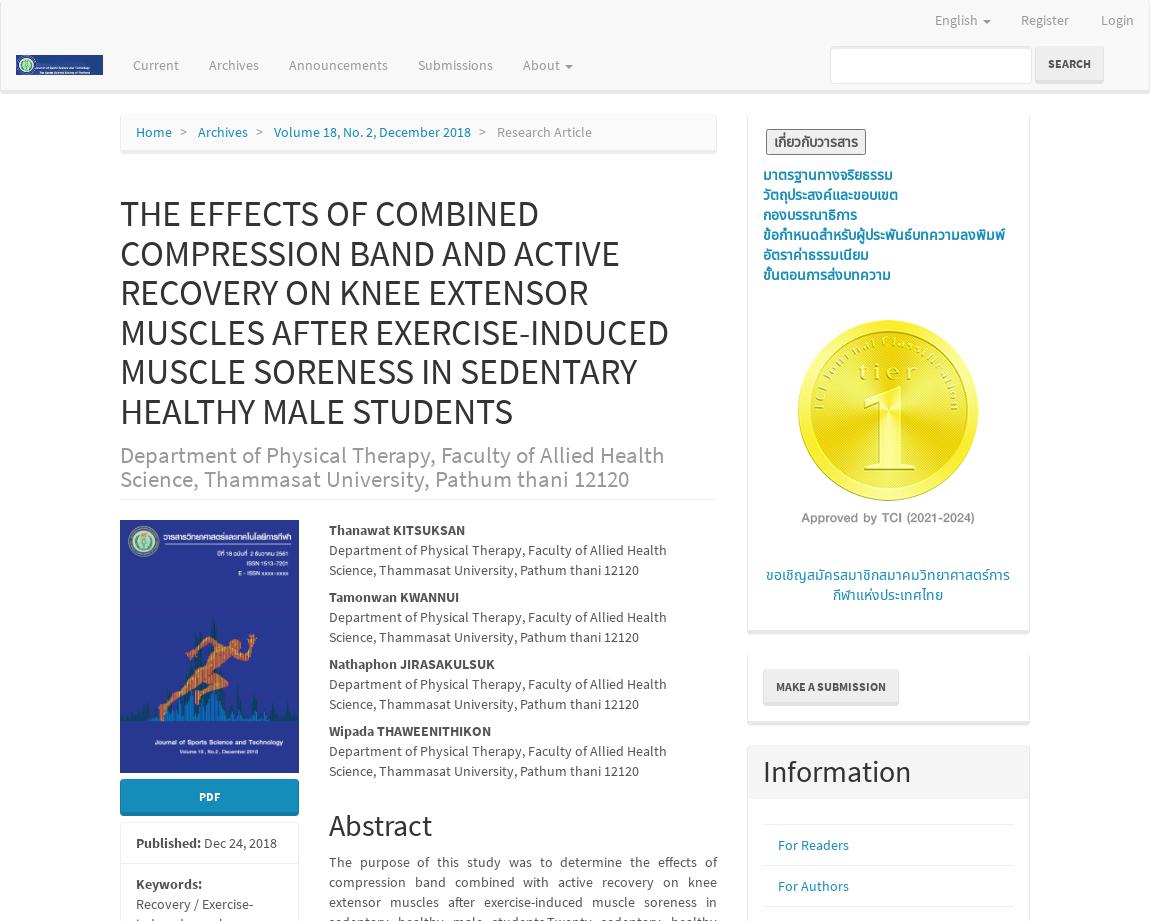 The width and height of the screenshot is (1150, 921). I want to click on 'Submissions', so click(454, 65).